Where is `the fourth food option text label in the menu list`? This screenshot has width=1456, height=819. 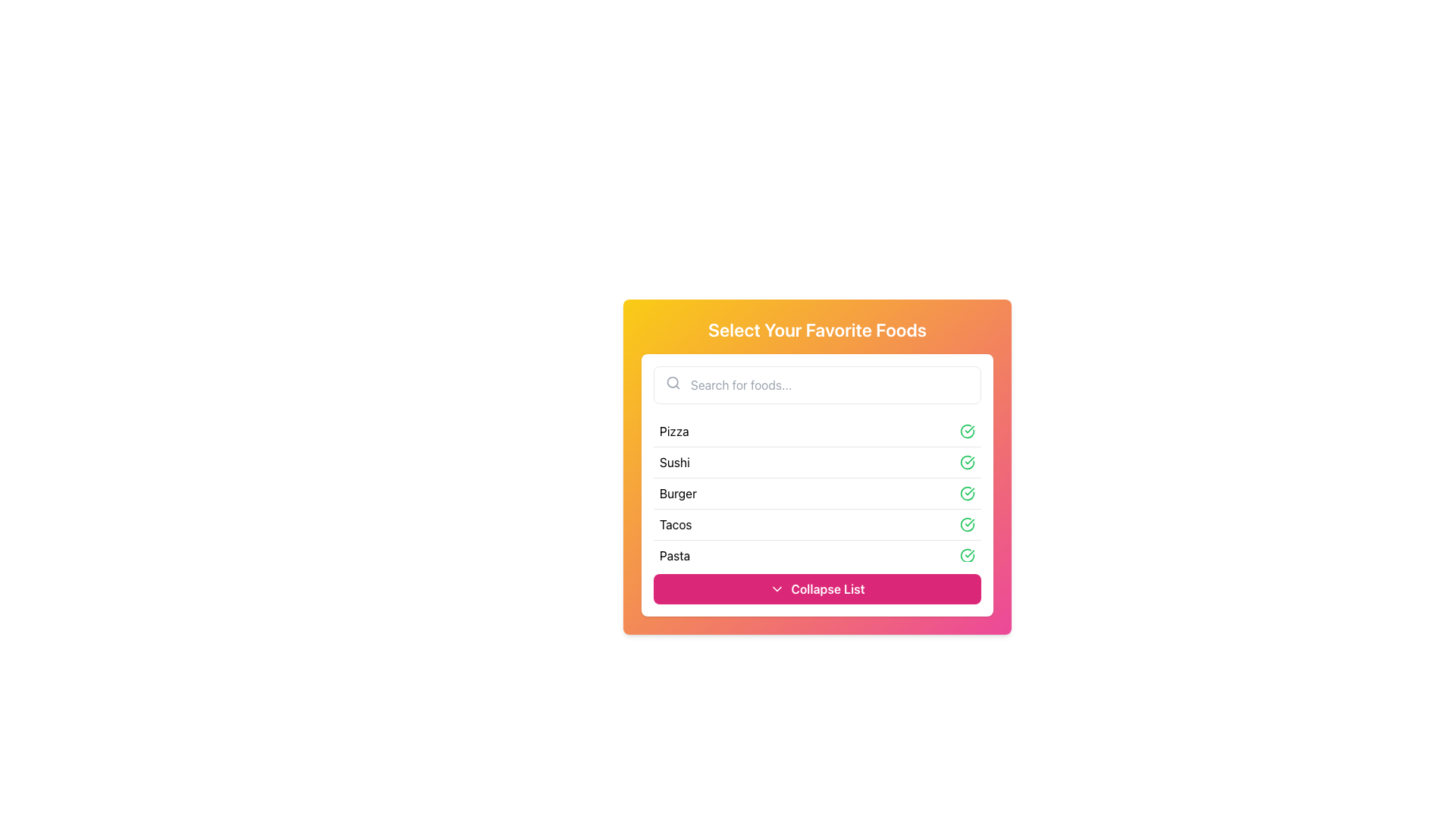 the fourth food option text label in the menu list is located at coordinates (675, 523).